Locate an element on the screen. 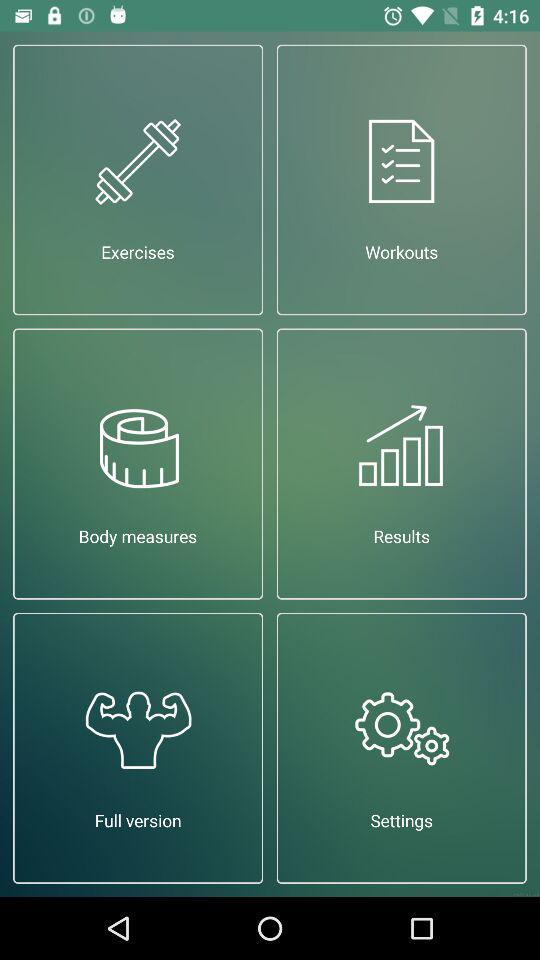 The image size is (540, 960). item above the settings icon is located at coordinates (401, 464).